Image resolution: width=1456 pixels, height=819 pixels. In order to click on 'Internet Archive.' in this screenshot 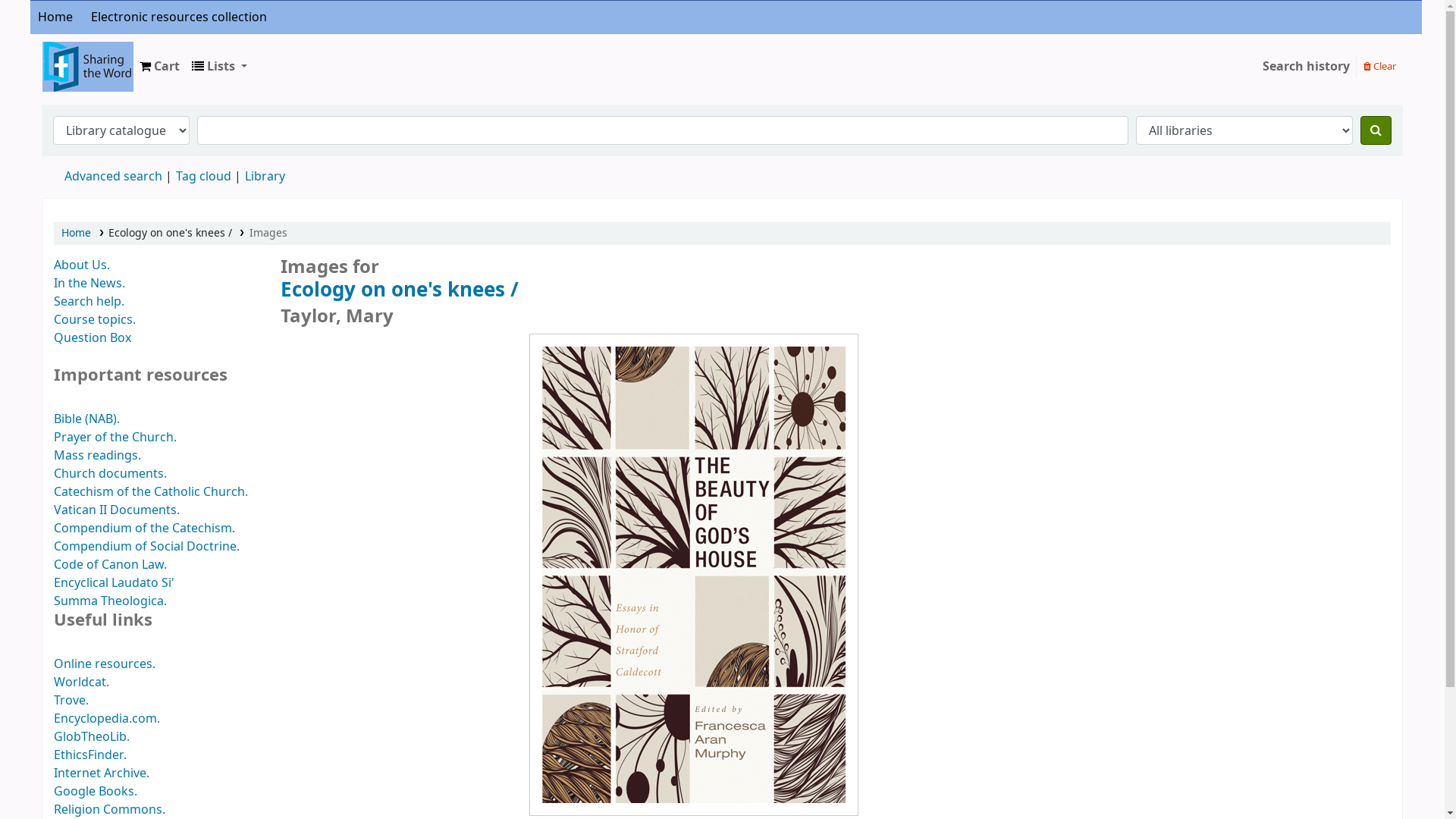, I will do `click(101, 773)`.